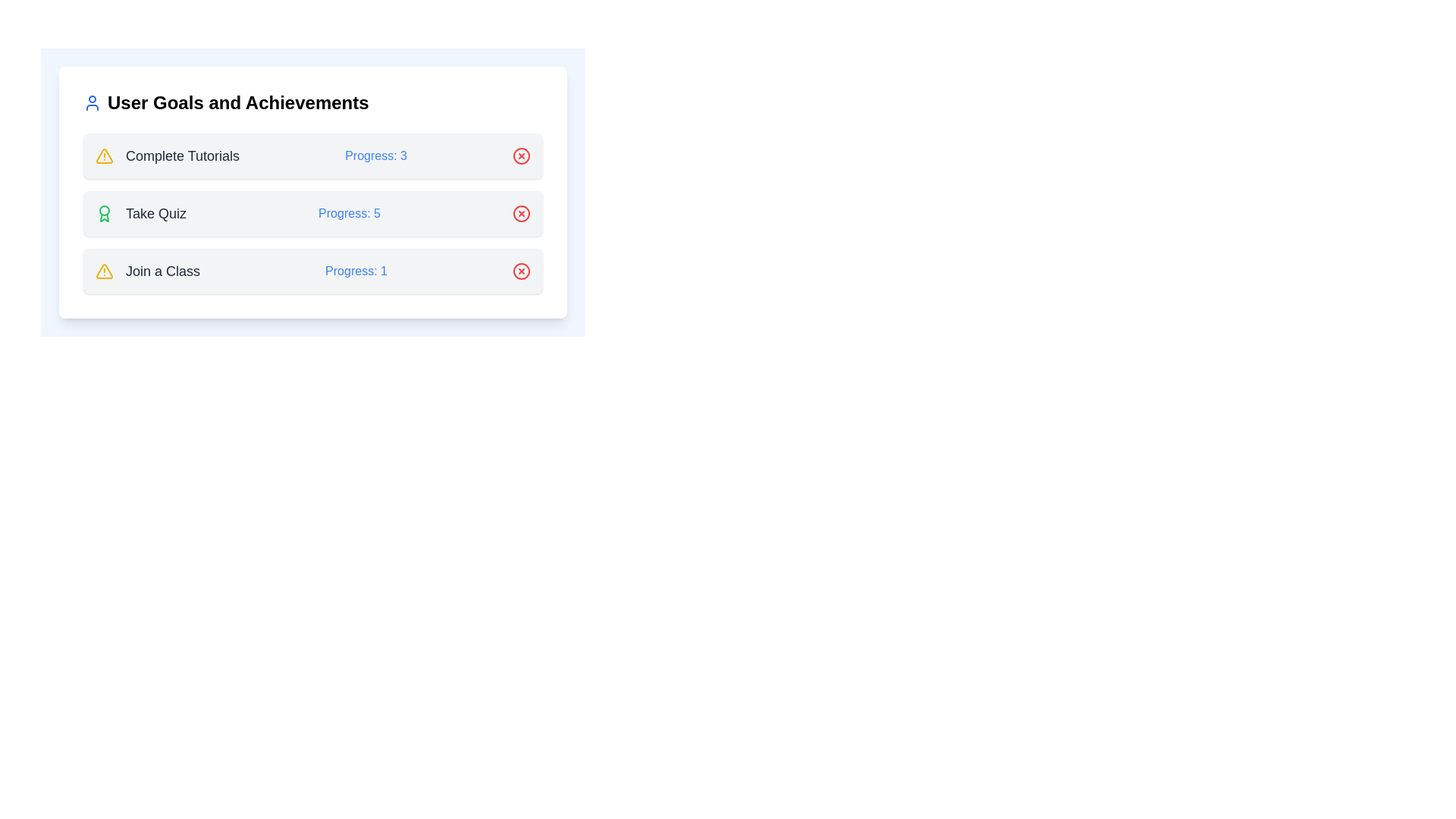 Image resolution: width=1456 pixels, height=819 pixels. I want to click on the List item labeled 'Complete Tutorials' that features a yellow warning icon, located in the 'User Goals and Achievements' section, so click(167, 155).